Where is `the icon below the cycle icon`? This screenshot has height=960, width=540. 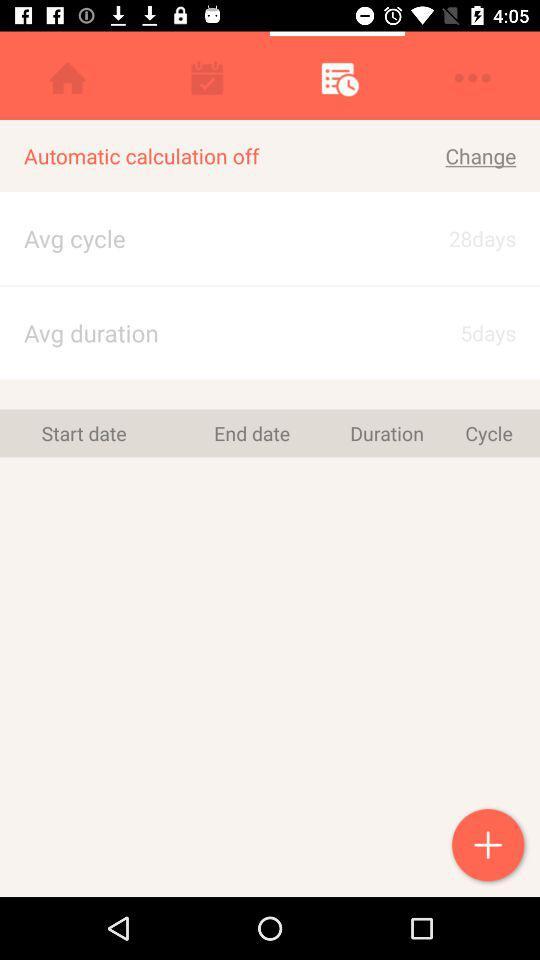
the icon below the cycle icon is located at coordinates (489, 846).